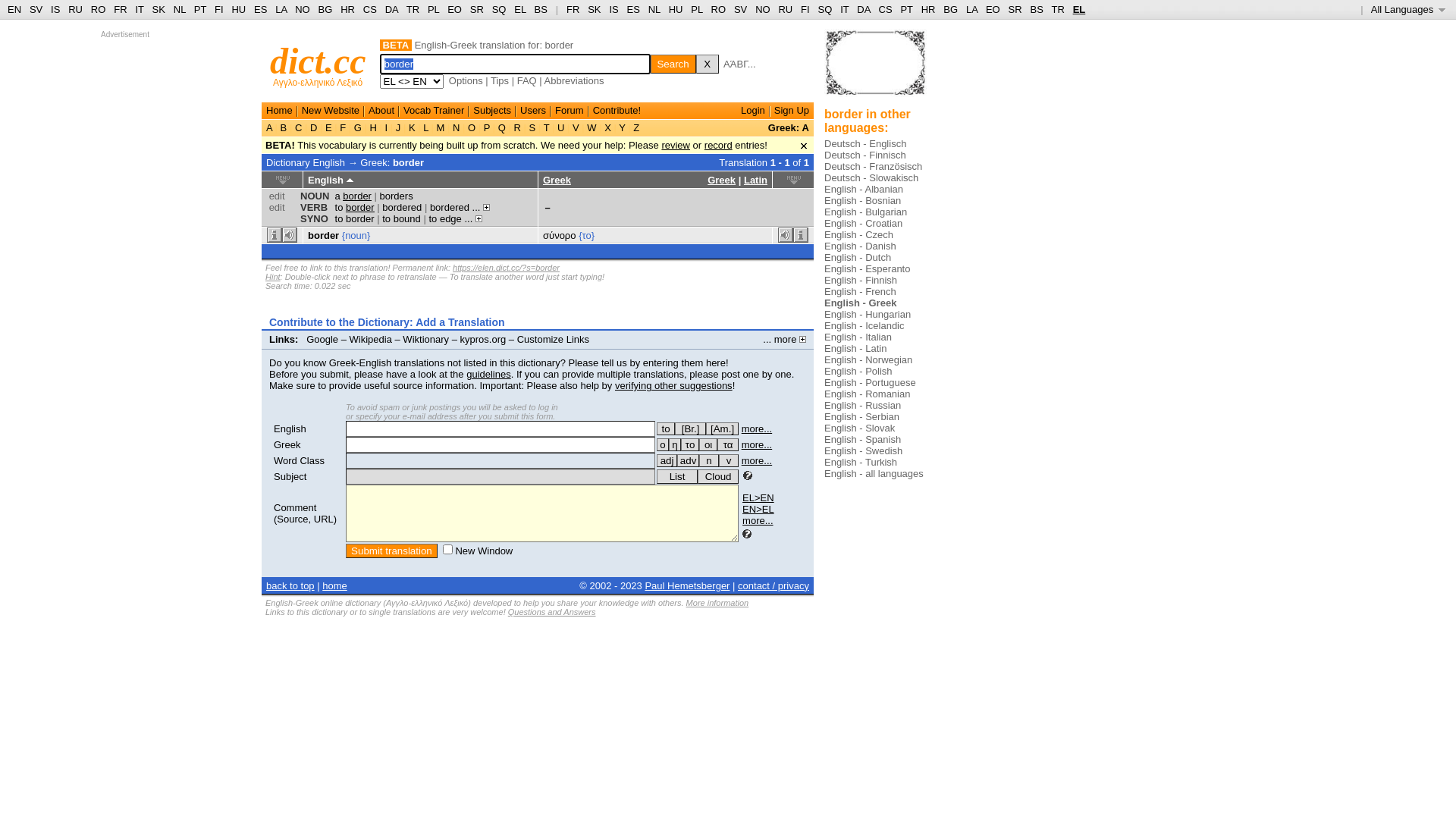  What do you see at coordinates (687, 460) in the screenshot?
I see `'adv'` at bounding box center [687, 460].